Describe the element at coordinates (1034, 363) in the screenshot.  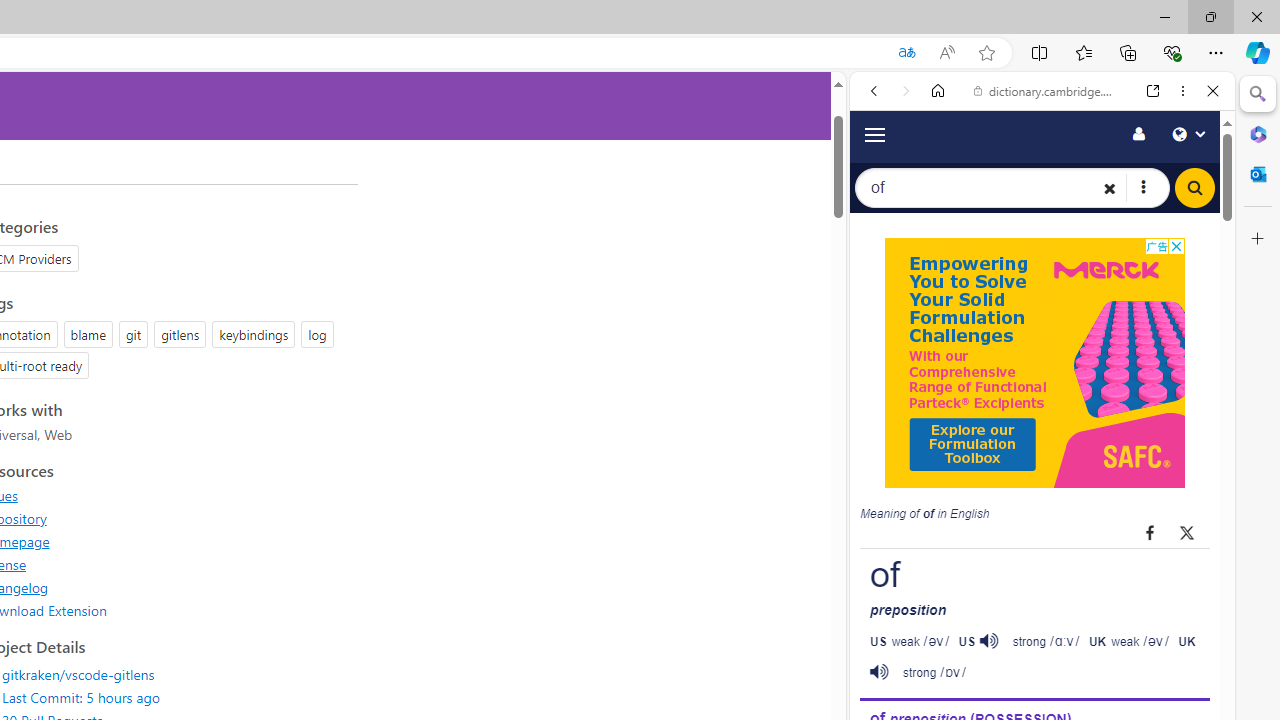
I see `'Advertisement'` at that location.